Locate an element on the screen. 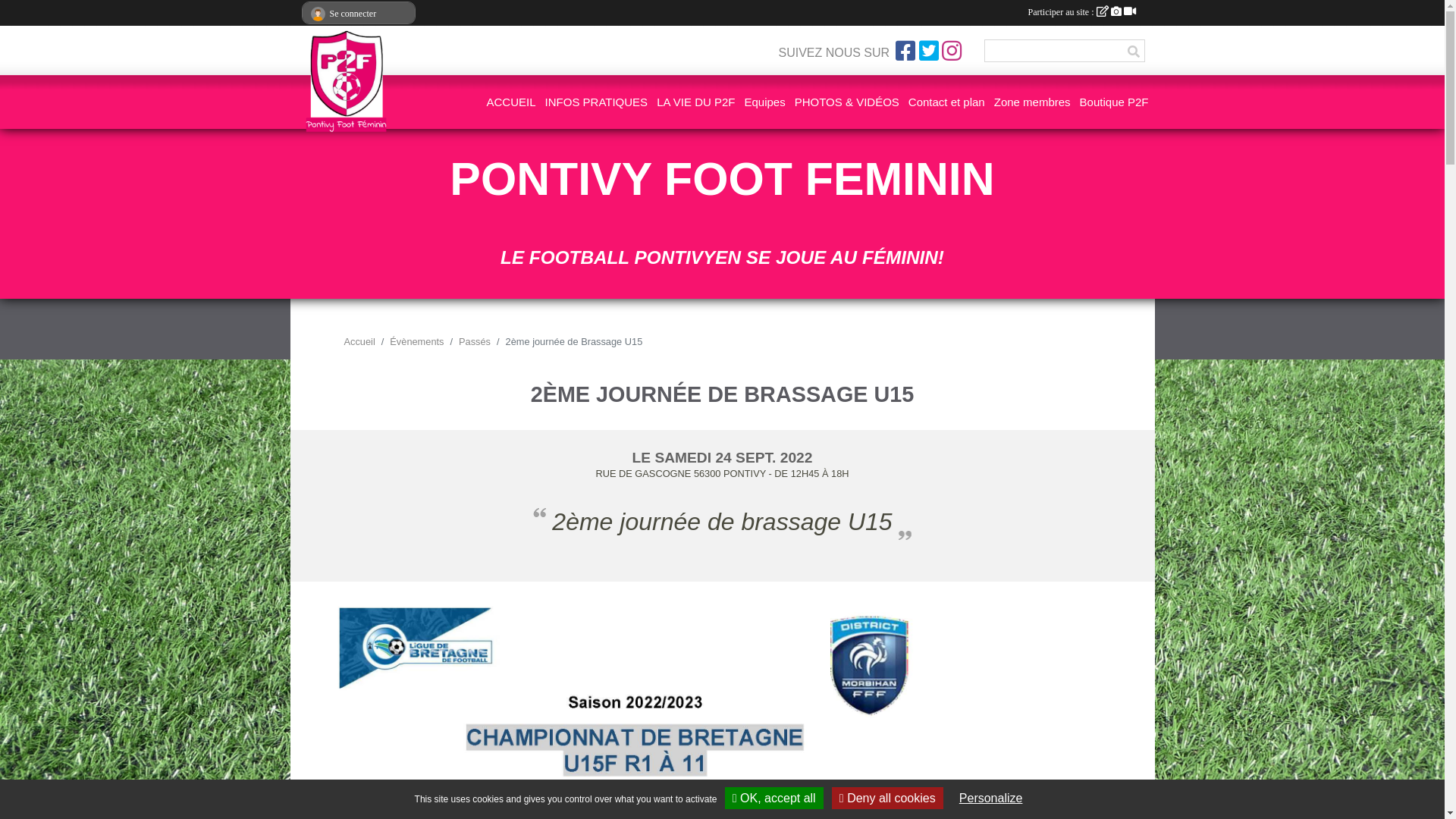 This screenshot has width=1456, height=819. 'Compte Twitter de l'association' is located at coordinates (918, 49).